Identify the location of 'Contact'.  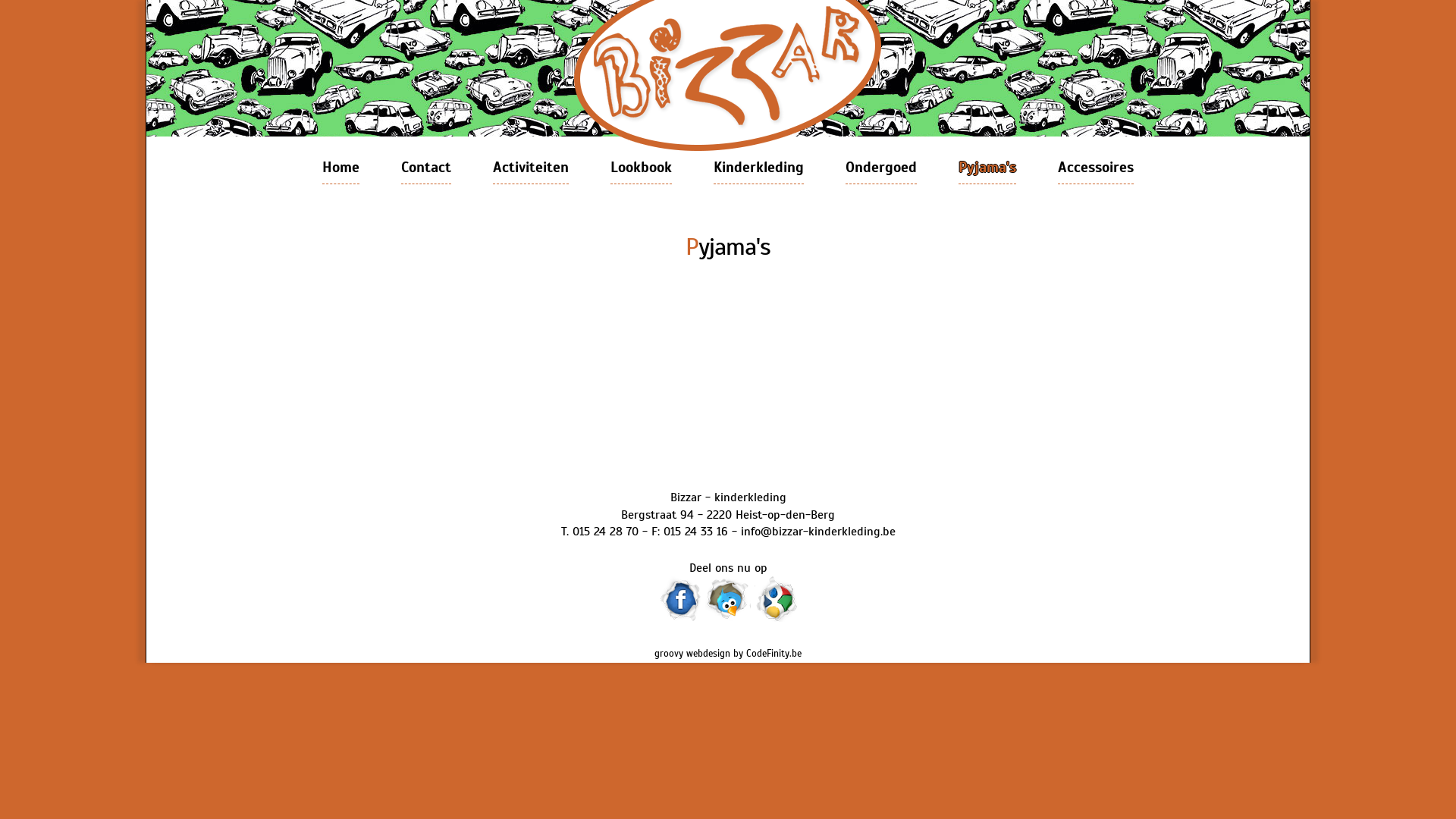
(425, 168).